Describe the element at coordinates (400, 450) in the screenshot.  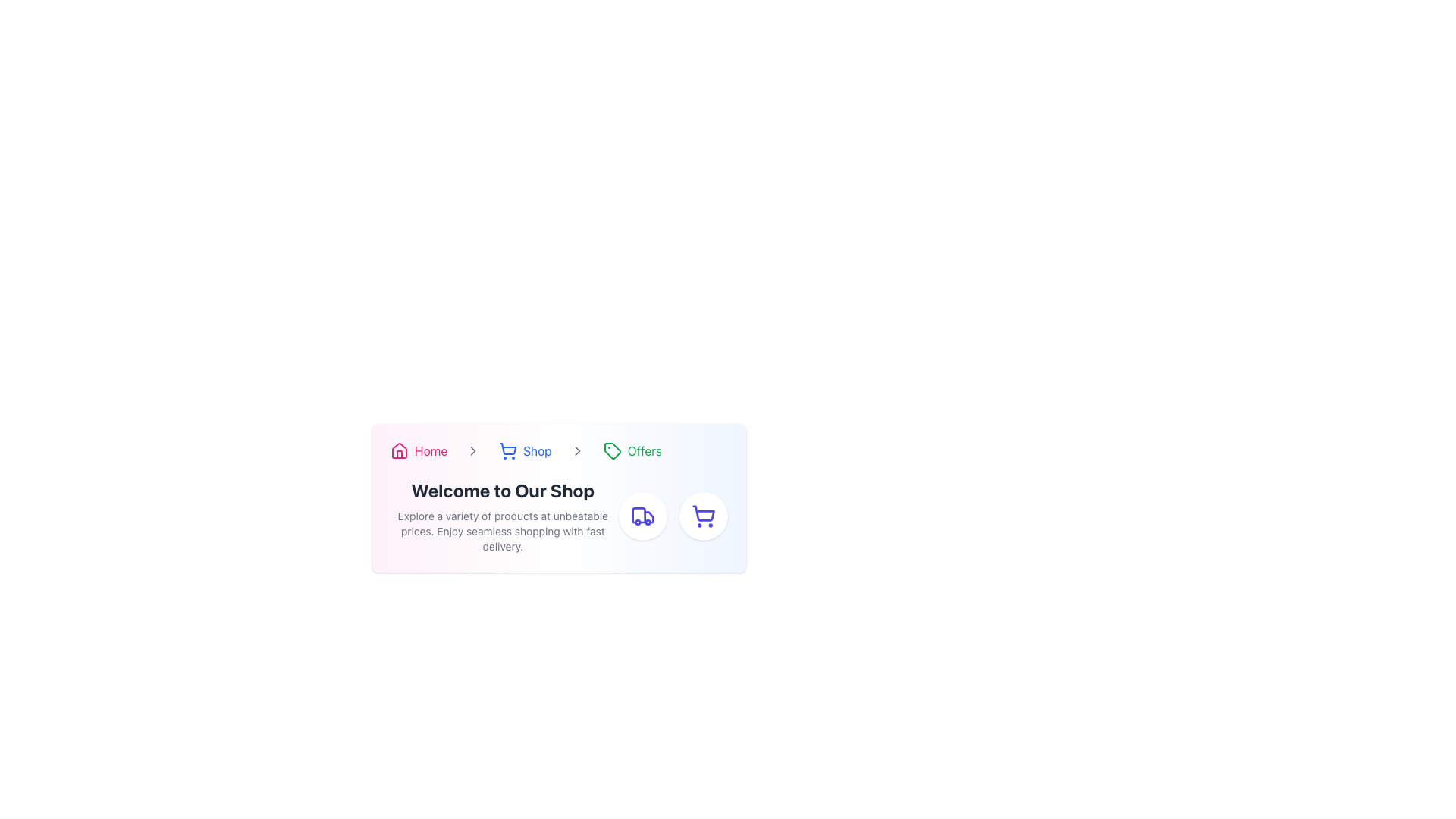
I see `the 'Home' breadcrumb navigation item which contains the home icon` at that location.